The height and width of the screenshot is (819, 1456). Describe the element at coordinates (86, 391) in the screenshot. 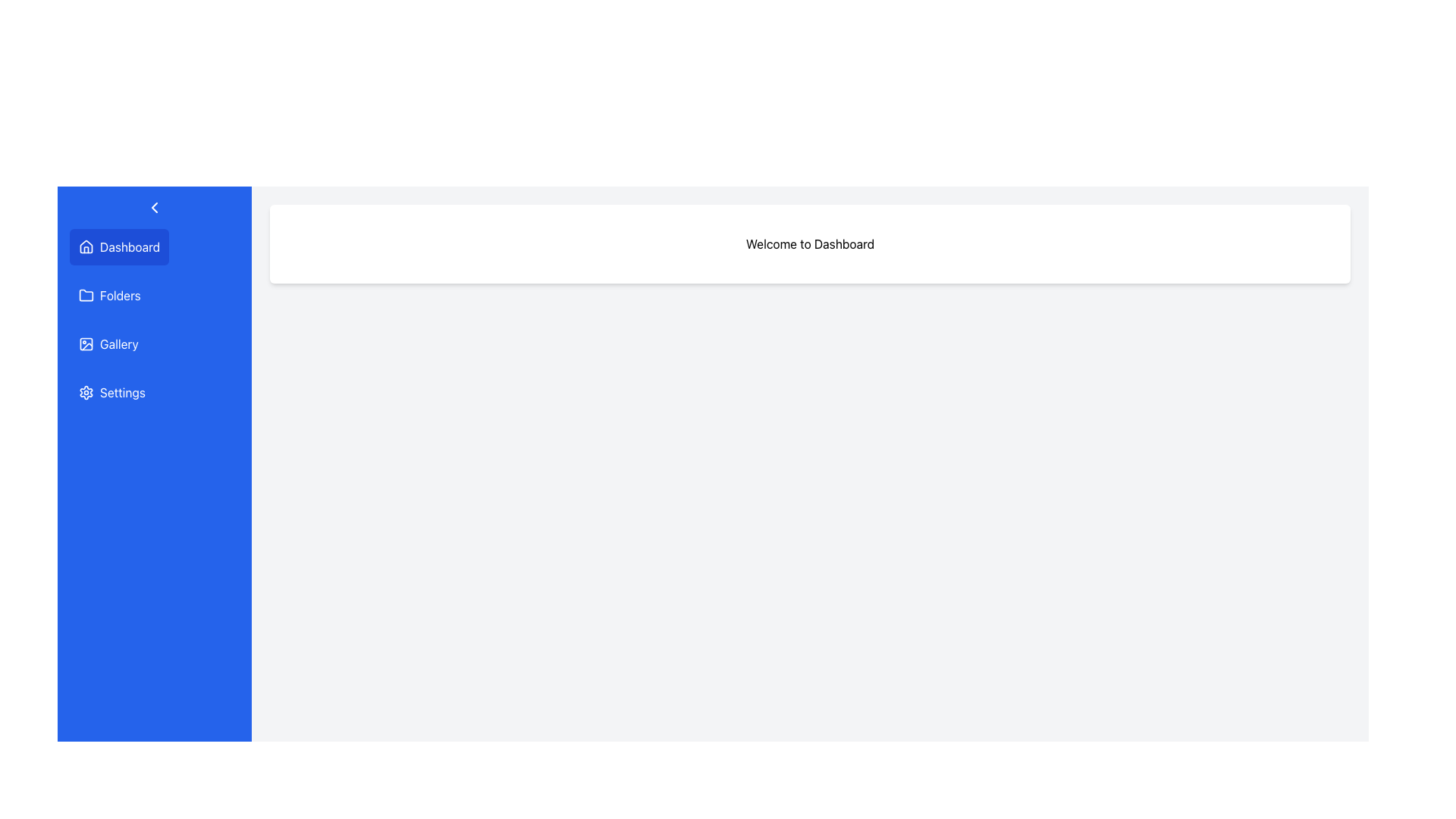

I see `the gear icon with a blue background and white outline located in the left side navigation bar` at that location.